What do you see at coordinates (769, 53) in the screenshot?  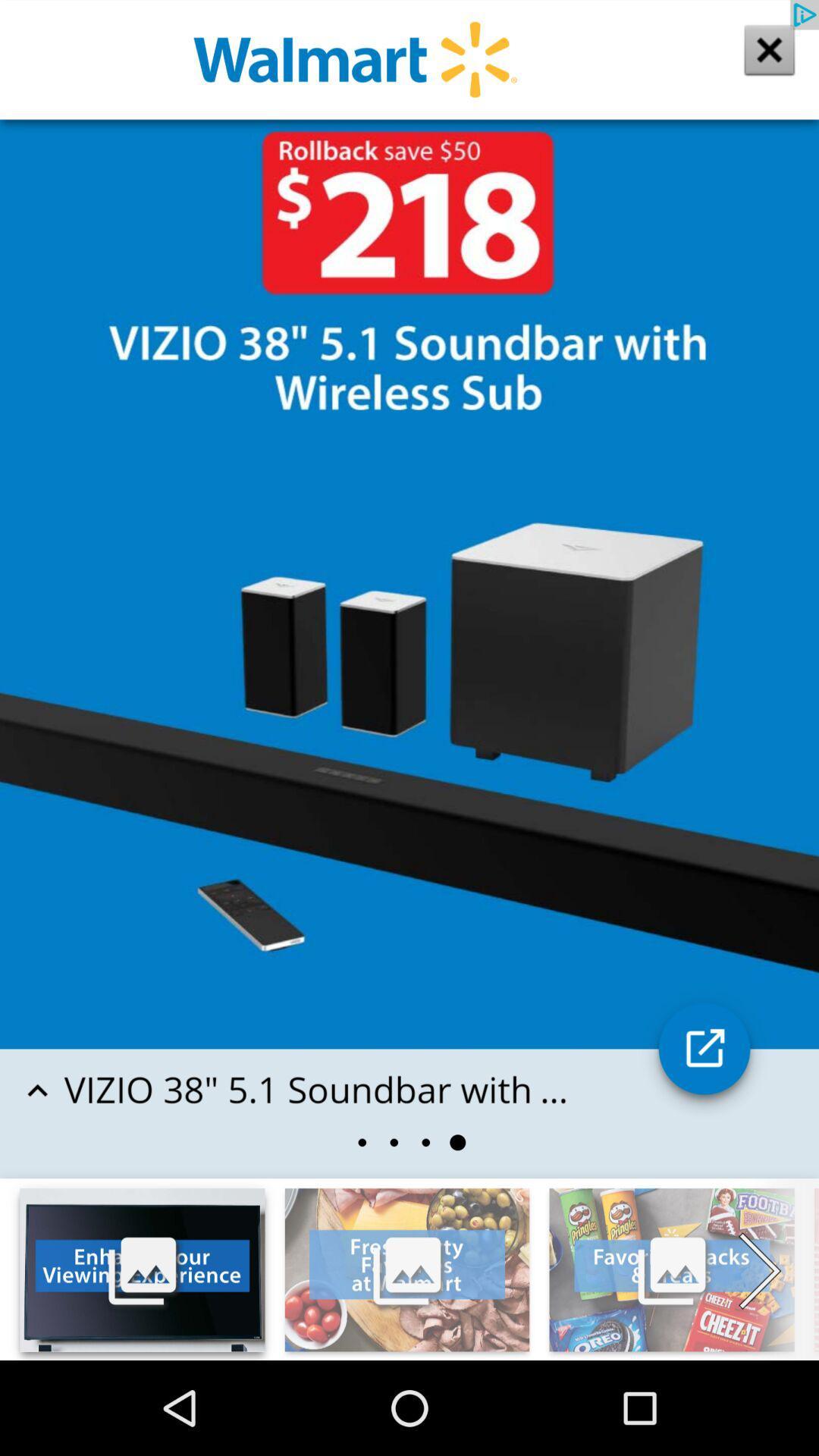 I see `the close icon` at bounding box center [769, 53].